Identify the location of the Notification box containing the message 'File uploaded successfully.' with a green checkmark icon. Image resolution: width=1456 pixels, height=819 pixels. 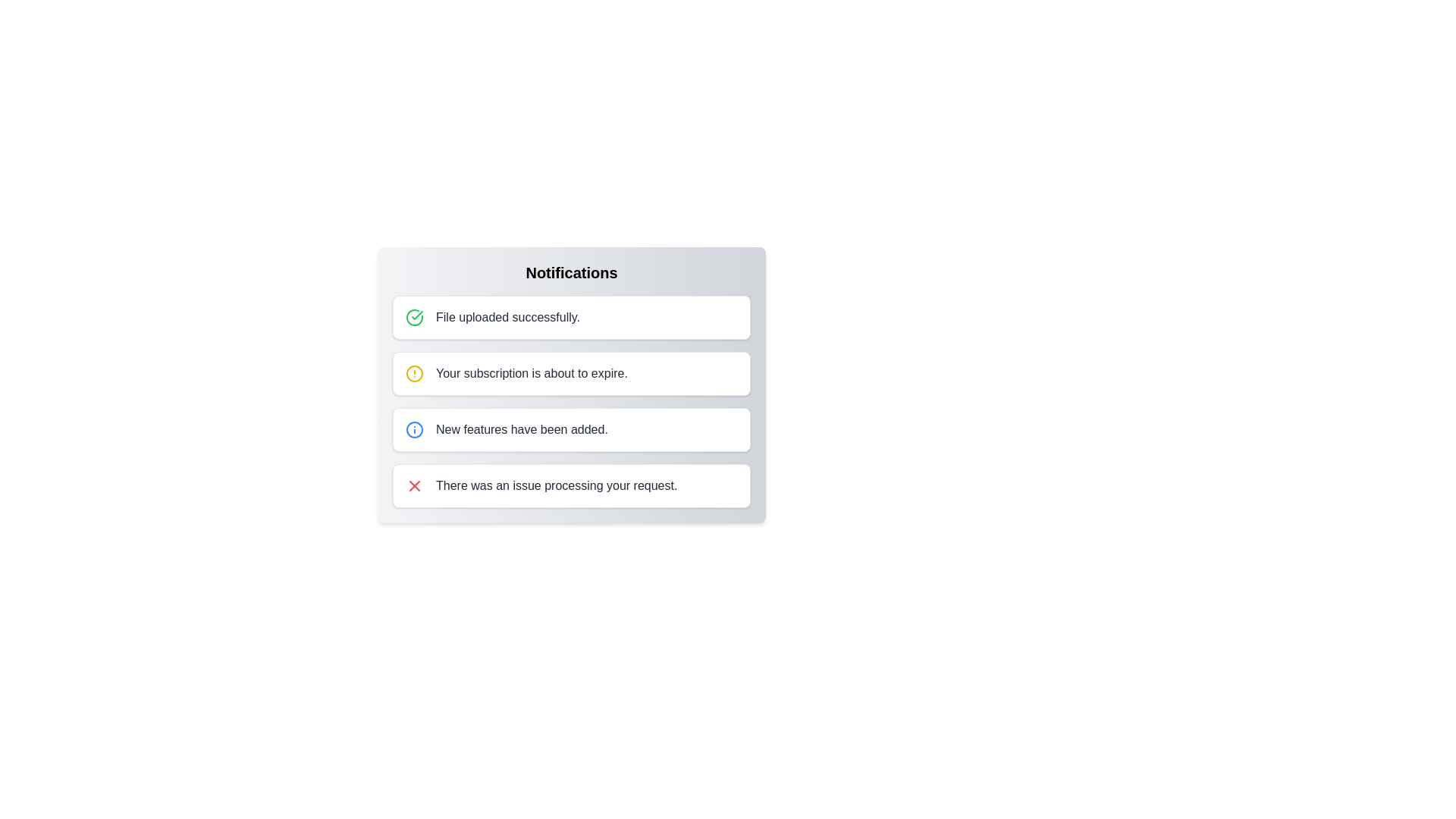
(570, 317).